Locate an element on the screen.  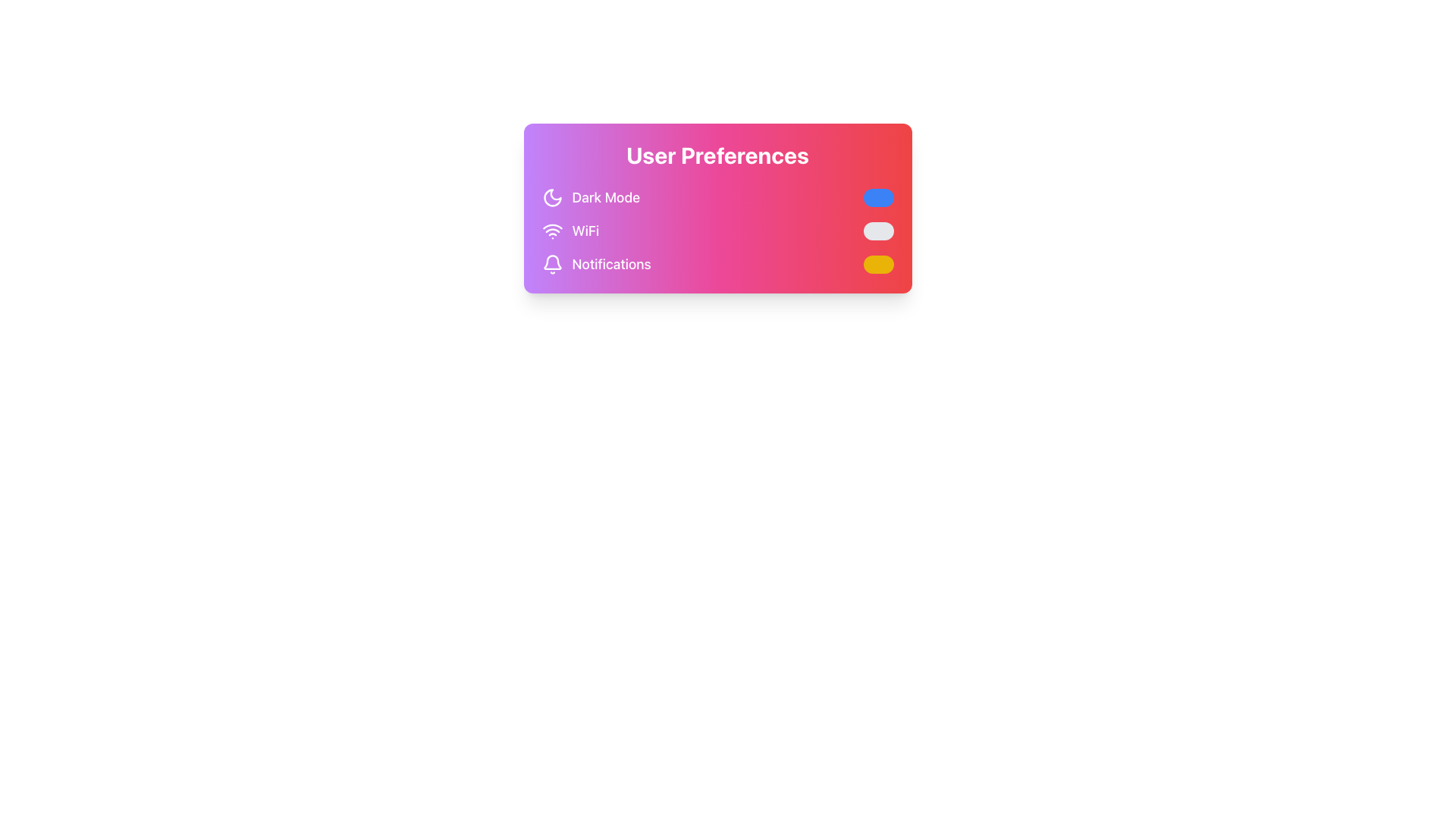
the 'Notifications' label with a bell icon located in the 'User Preferences' section, specifically the last option below 'WiFi' is located at coordinates (595, 263).